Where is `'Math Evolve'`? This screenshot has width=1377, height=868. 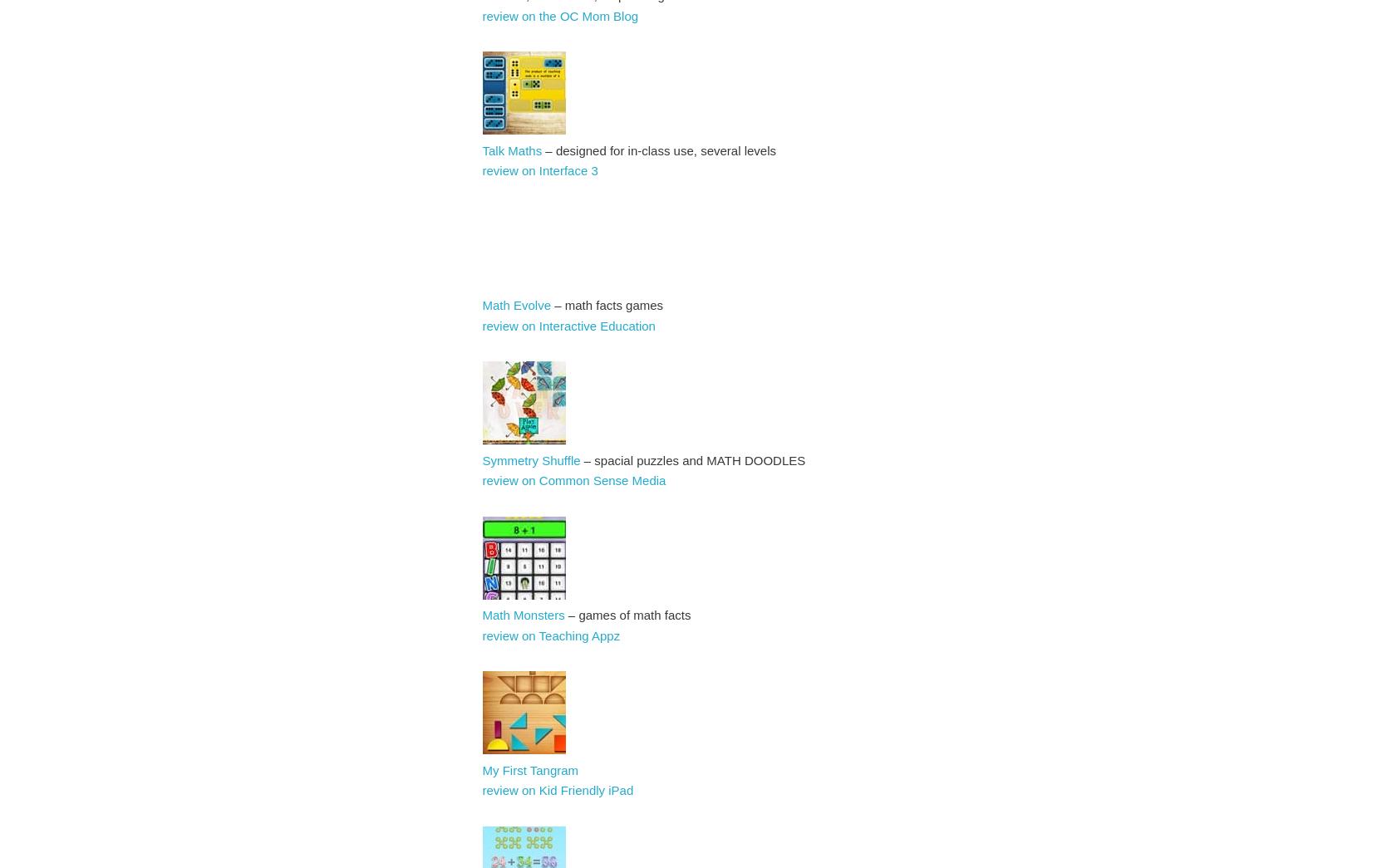 'Math Evolve' is located at coordinates (516, 304).